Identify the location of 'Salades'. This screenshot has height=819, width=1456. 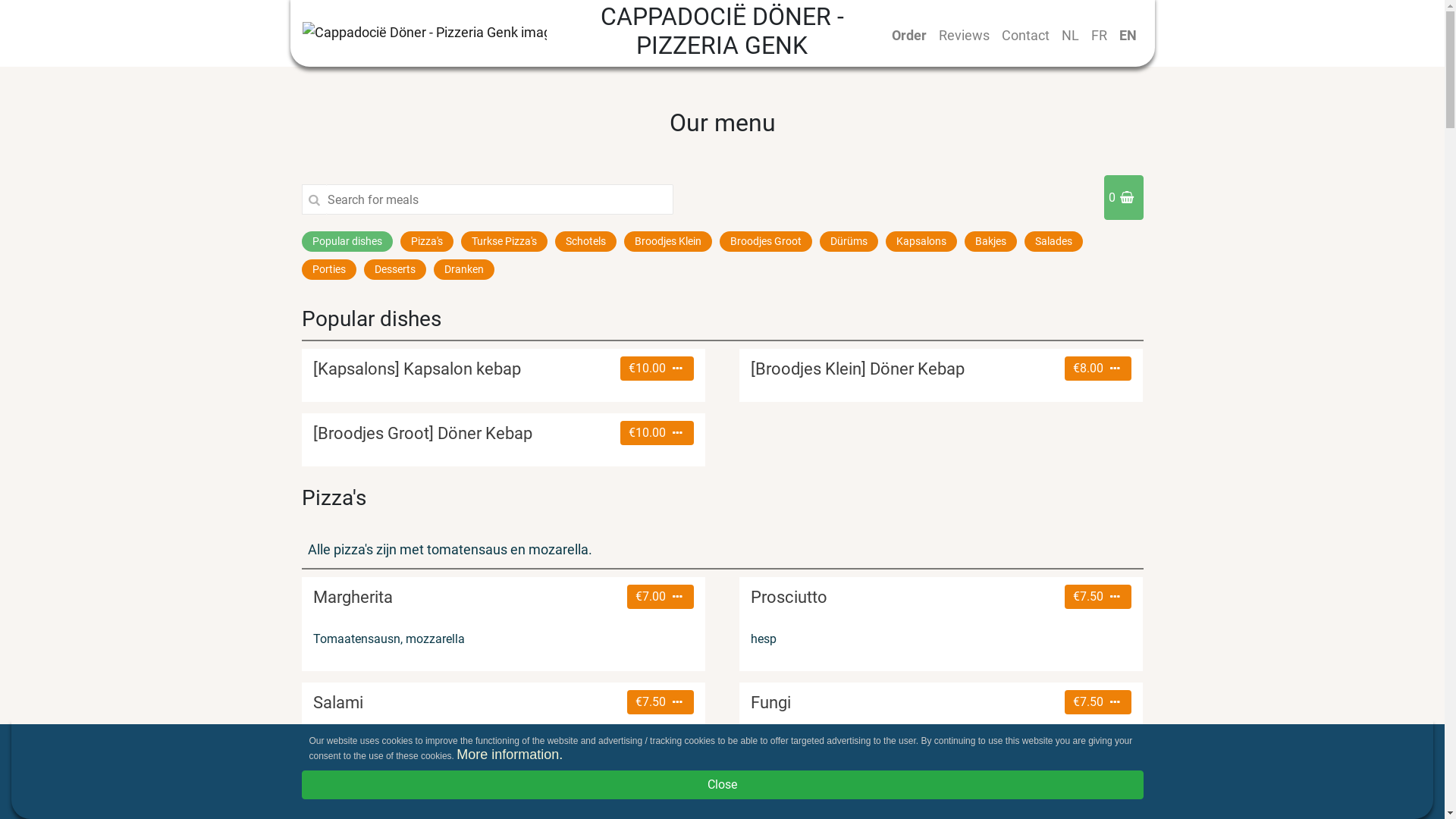
(1052, 240).